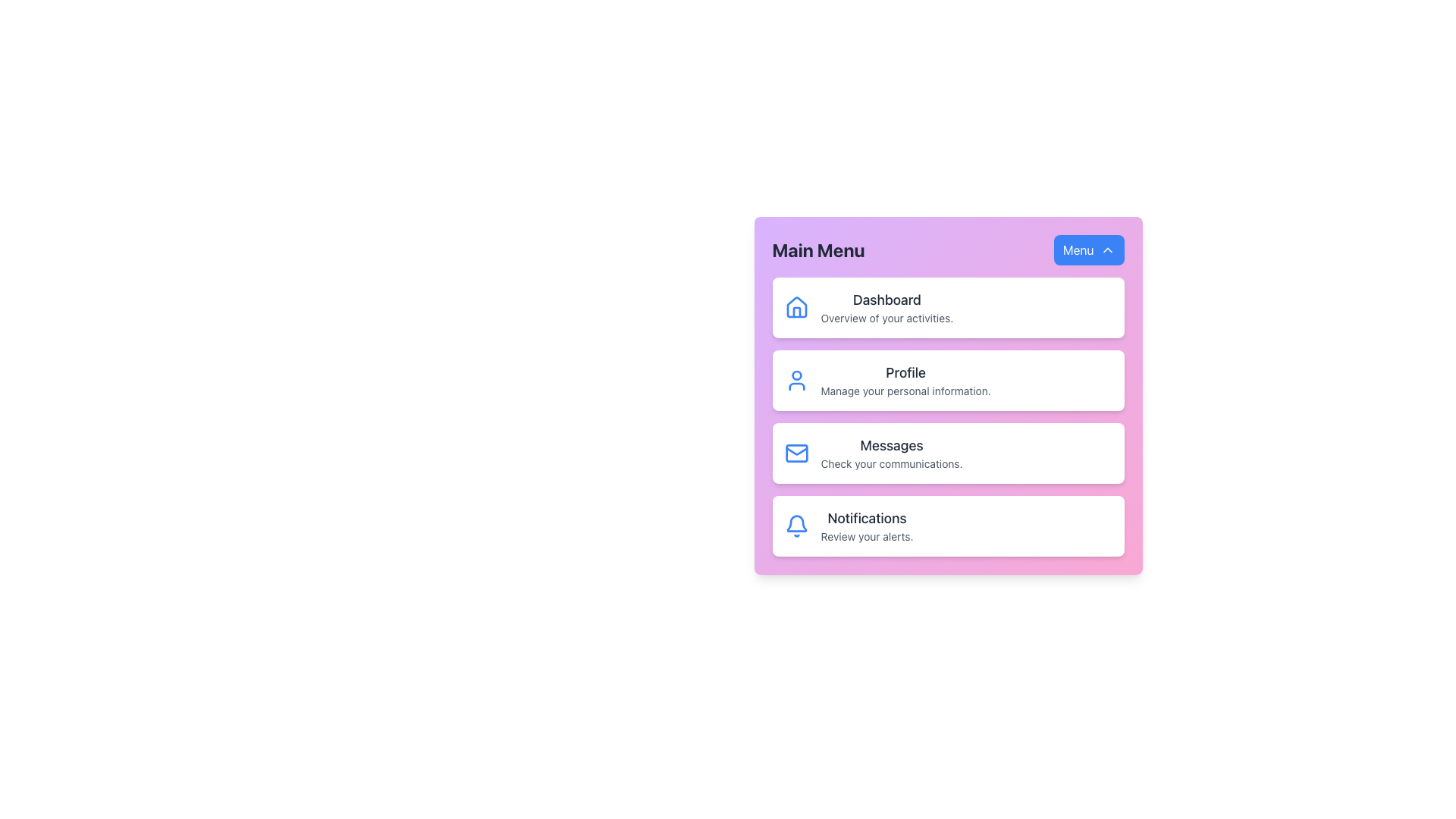 This screenshot has width=1456, height=819. I want to click on the Chevron Down icon located inside the blue 'Menu' button at the top-right corner of the interface, so click(1107, 249).